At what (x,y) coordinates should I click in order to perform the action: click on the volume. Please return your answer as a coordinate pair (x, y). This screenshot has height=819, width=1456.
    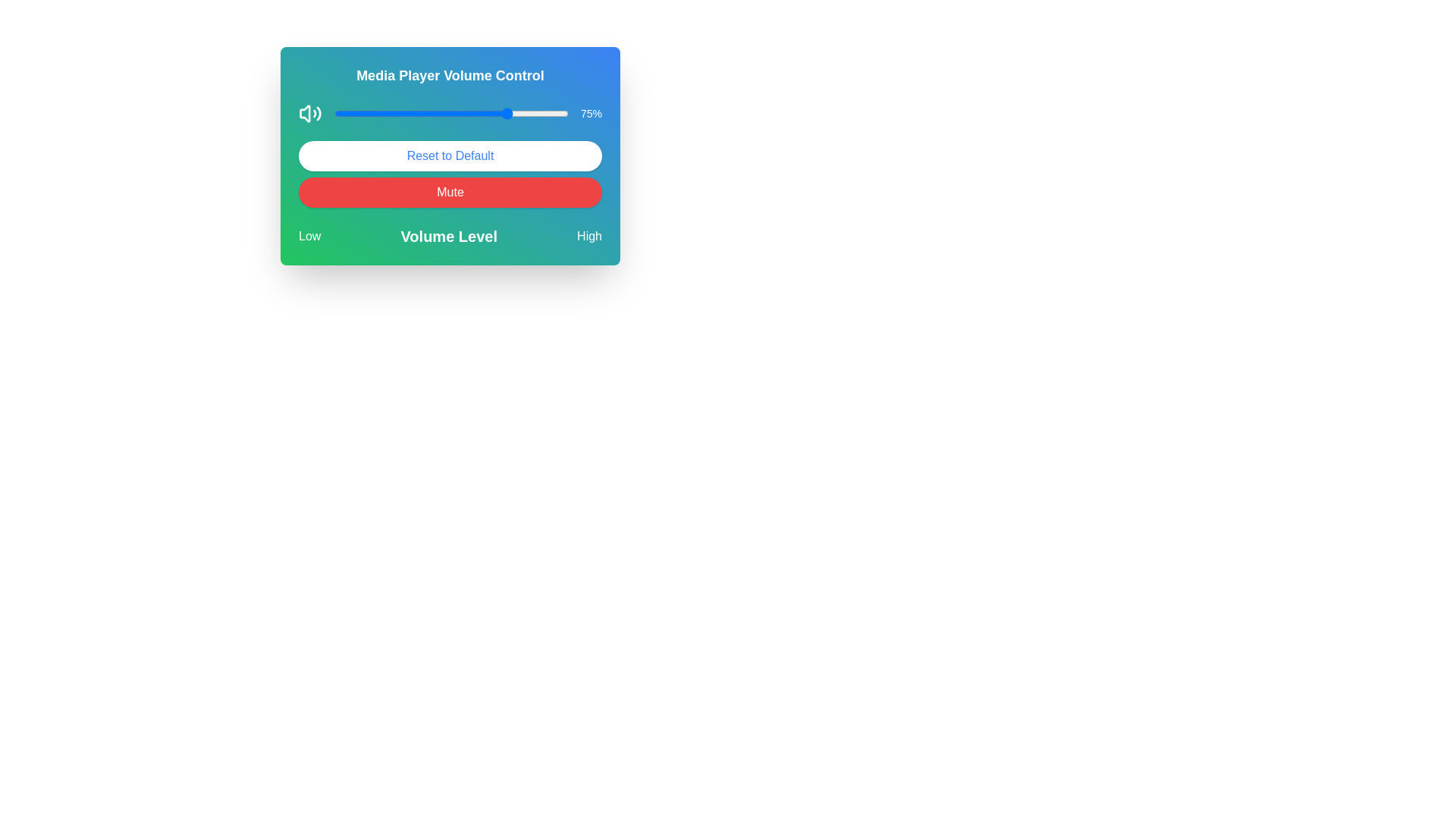
    Looking at the image, I should click on (496, 113).